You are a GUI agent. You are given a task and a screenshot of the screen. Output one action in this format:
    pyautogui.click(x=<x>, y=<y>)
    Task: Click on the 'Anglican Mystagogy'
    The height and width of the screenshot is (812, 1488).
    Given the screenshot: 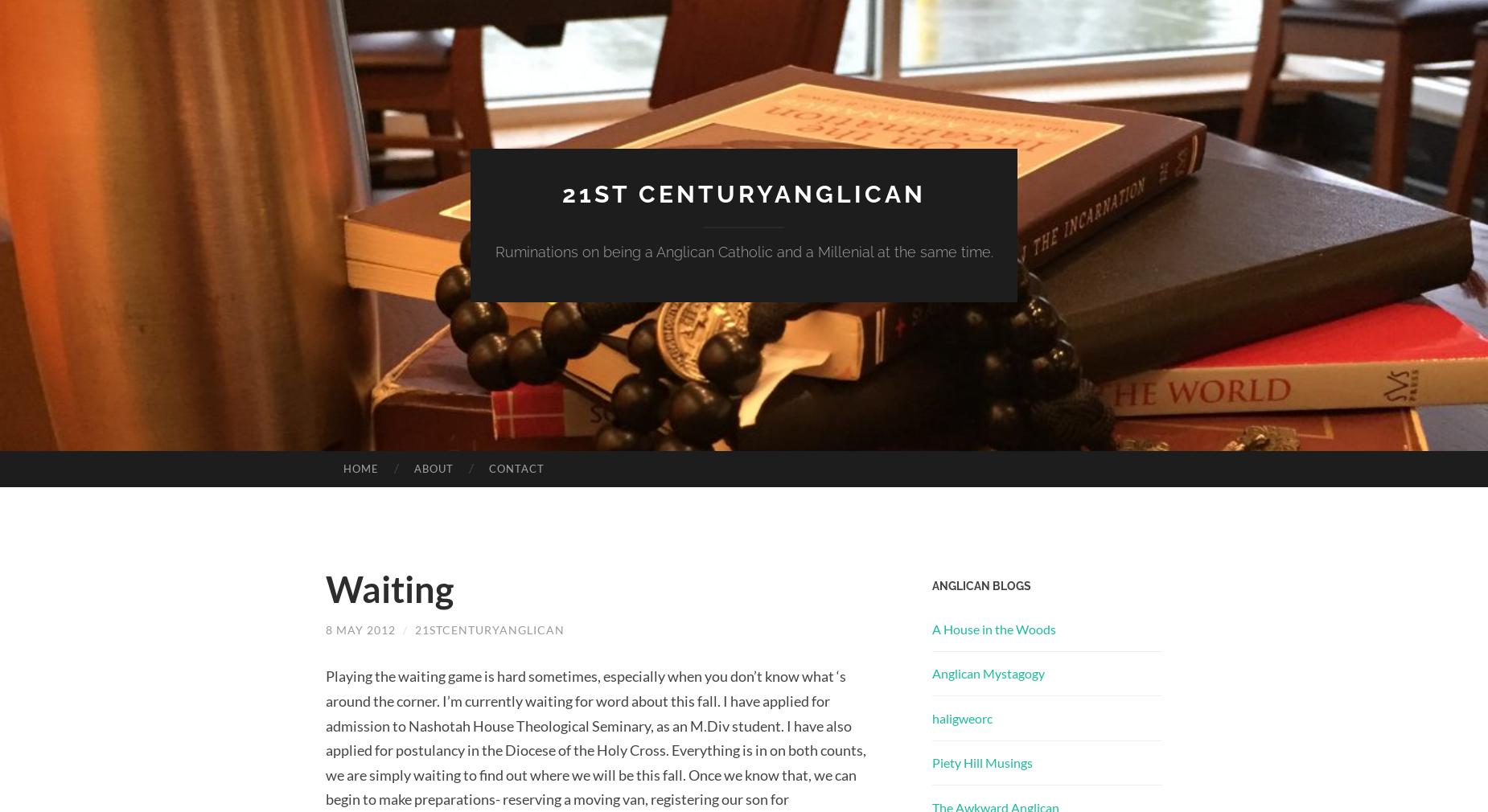 What is the action you would take?
    pyautogui.click(x=987, y=673)
    